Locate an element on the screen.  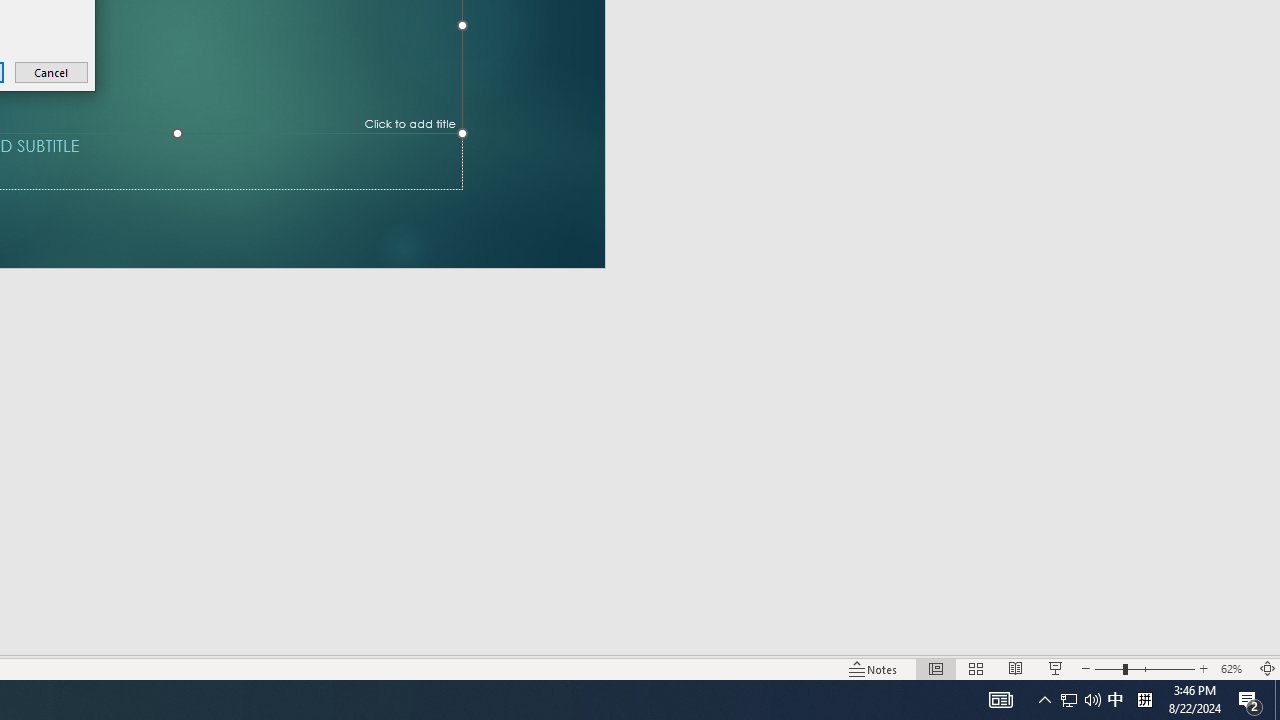
'Zoom 62%' is located at coordinates (1233, 669).